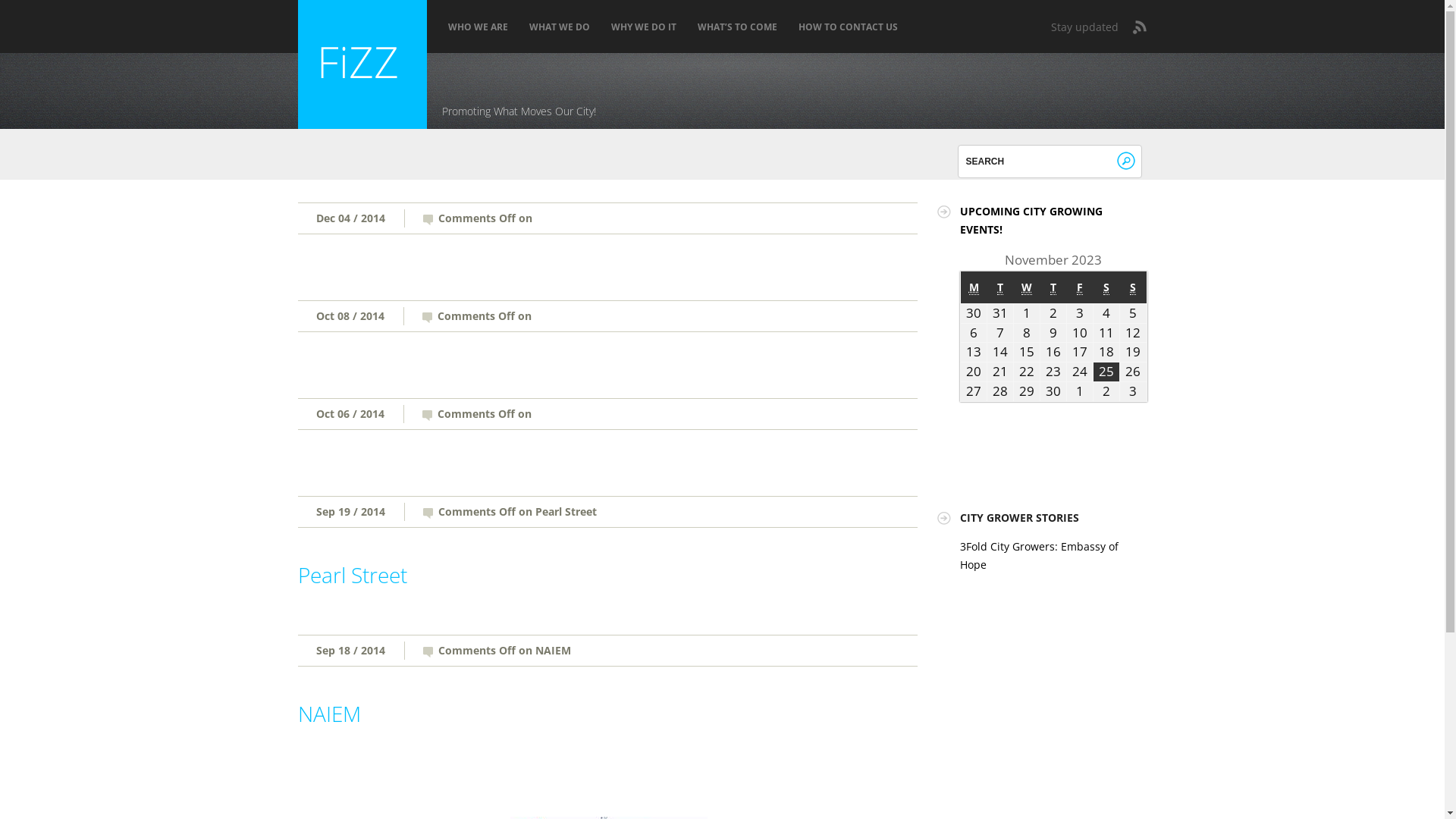 This screenshot has width=1456, height=819. I want to click on 'WHY WE DO IT', so click(644, 27).